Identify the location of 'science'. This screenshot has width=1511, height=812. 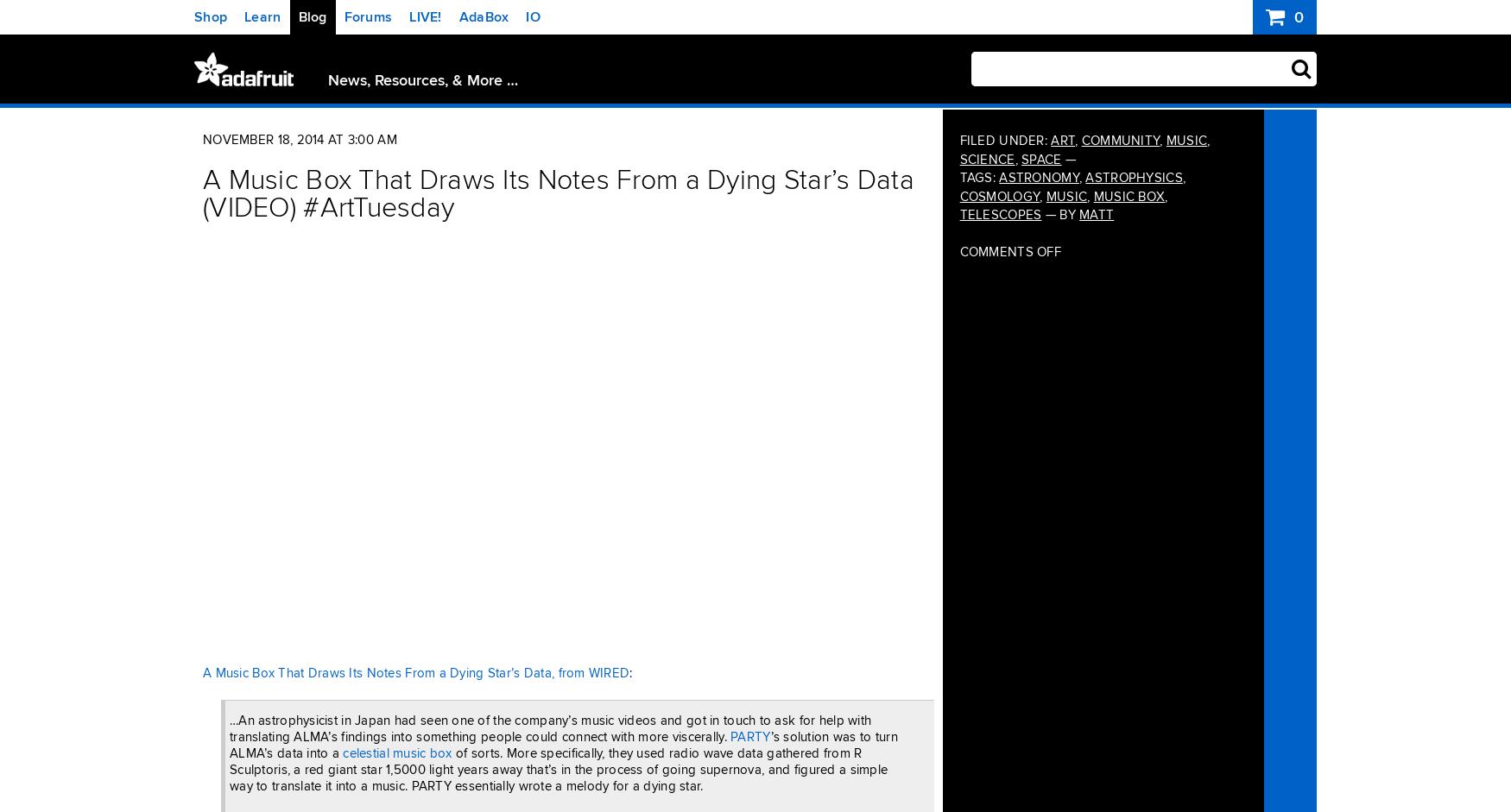
(985, 158).